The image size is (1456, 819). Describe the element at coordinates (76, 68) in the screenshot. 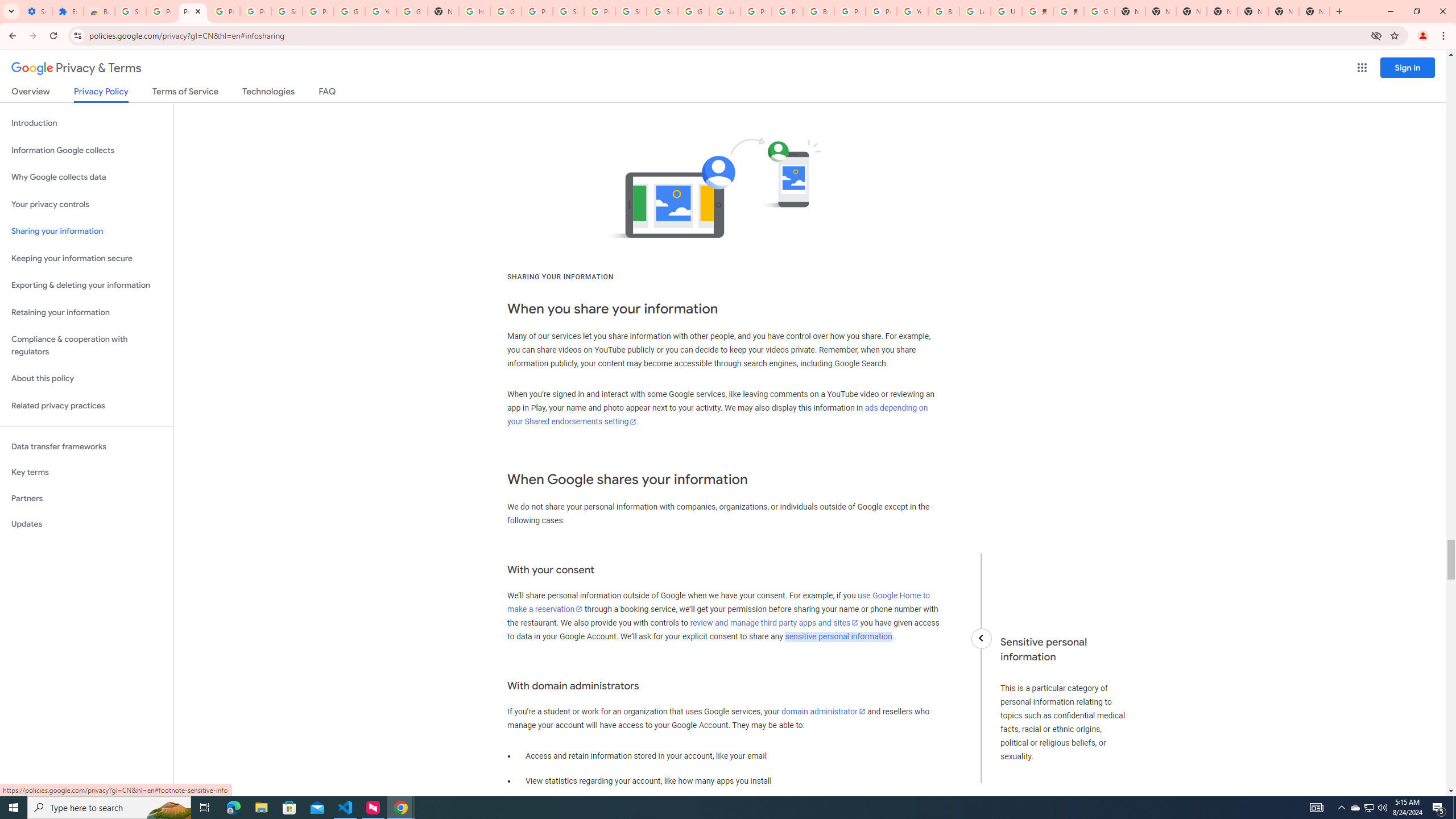

I see `'Privacy & Terms'` at that location.